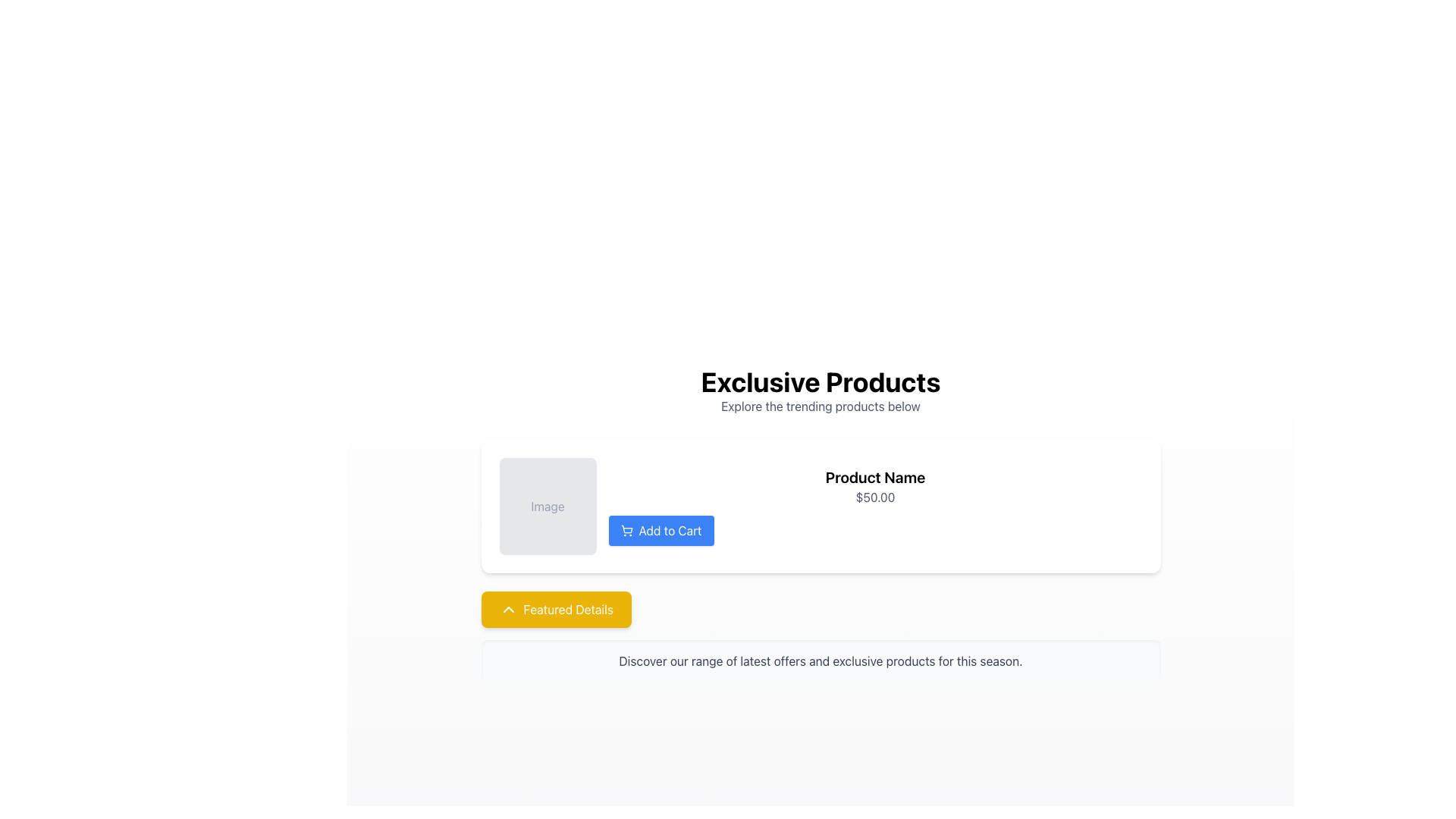  Describe the element at coordinates (875, 506) in the screenshot. I see `product details from the panel that contains the product name, price, and an 'Add to Cart' button` at that location.